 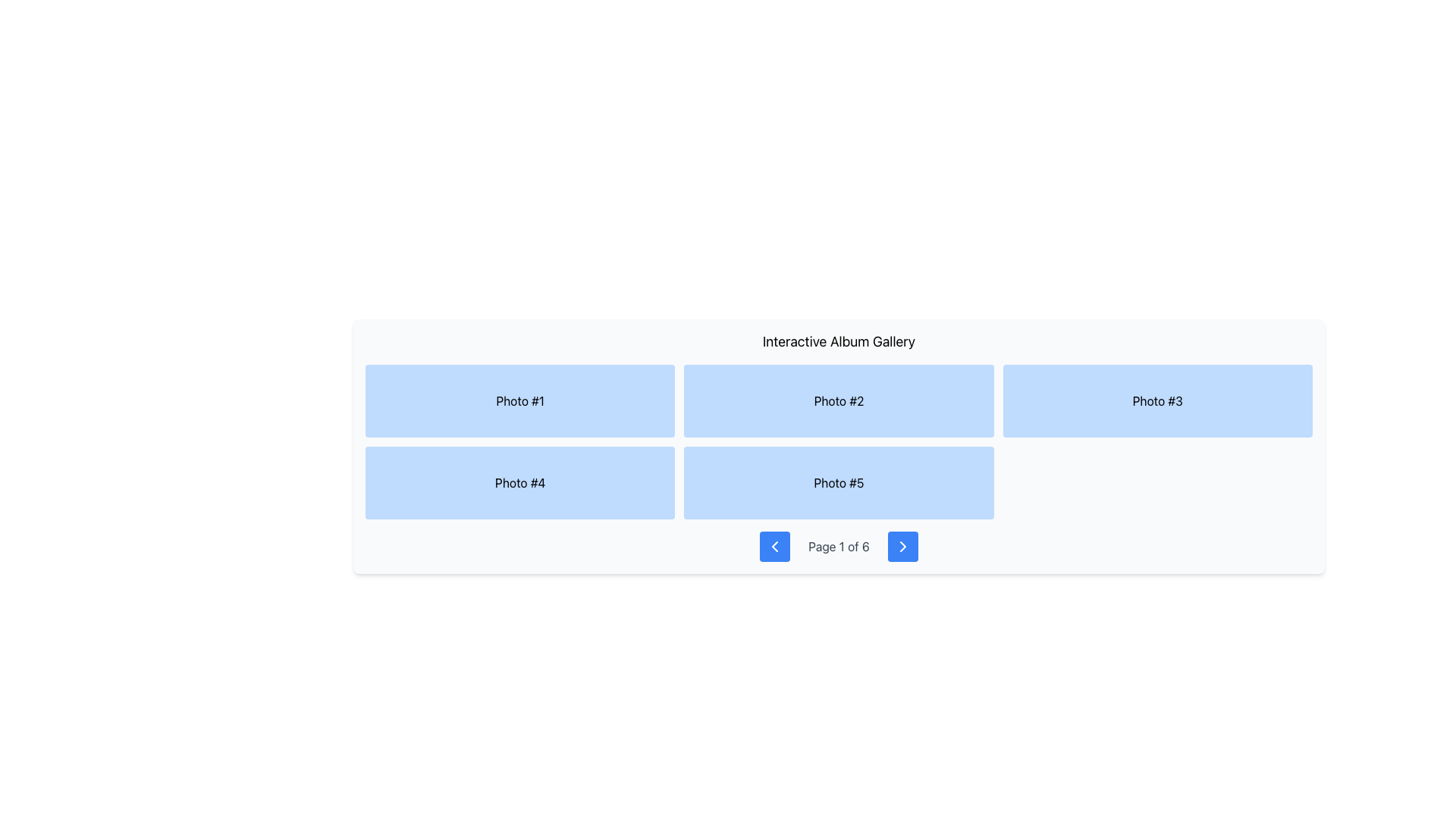 What do you see at coordinates (1156, 400) in the screenshot?
I see `the static display box for 'Photo #3', which is the third item in the grid layout at the far-right position in the top row` at bounding box center [1156, 400].